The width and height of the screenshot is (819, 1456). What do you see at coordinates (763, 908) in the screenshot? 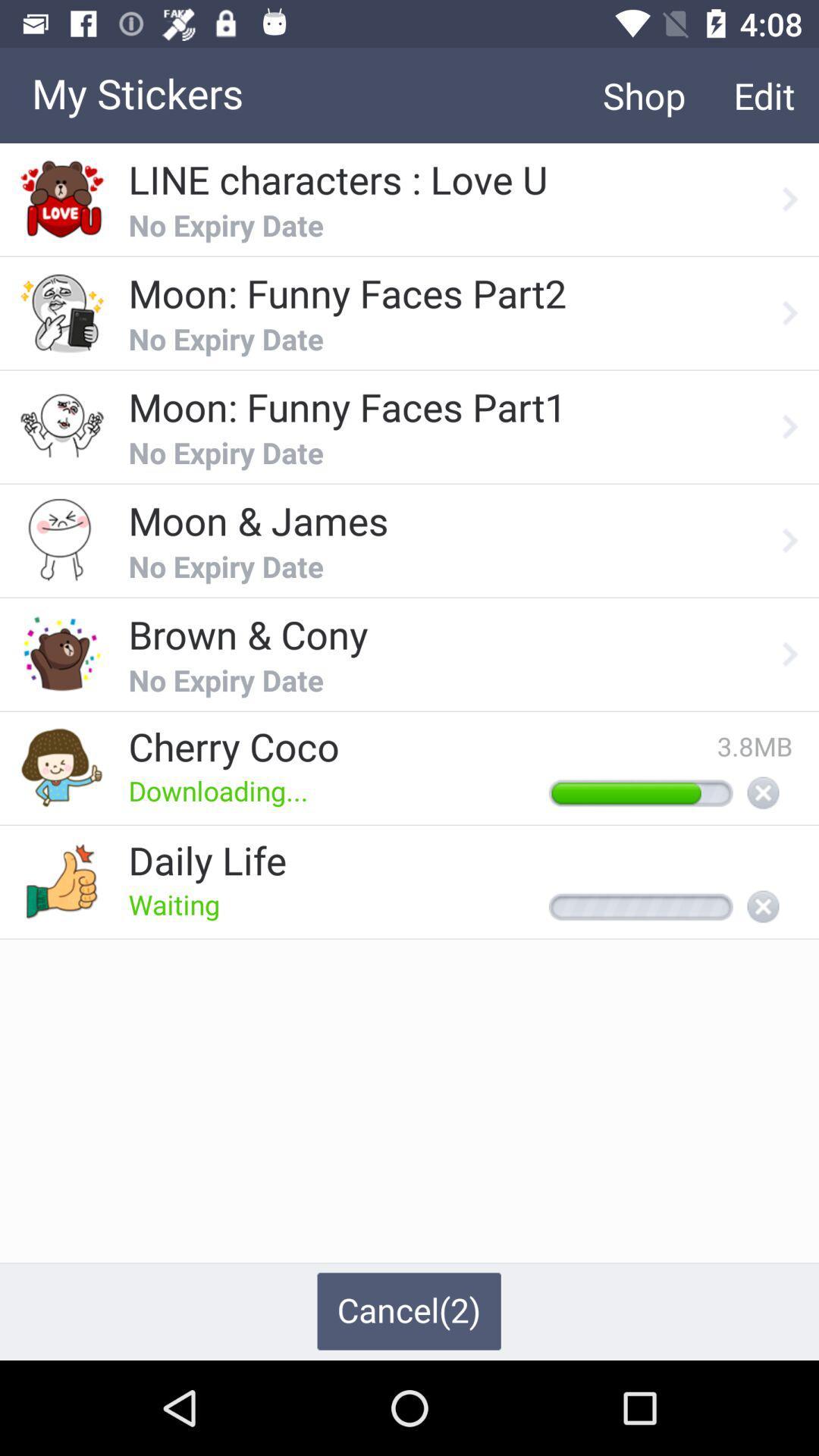
I see `the close icon` at bounding box center [763, 908].